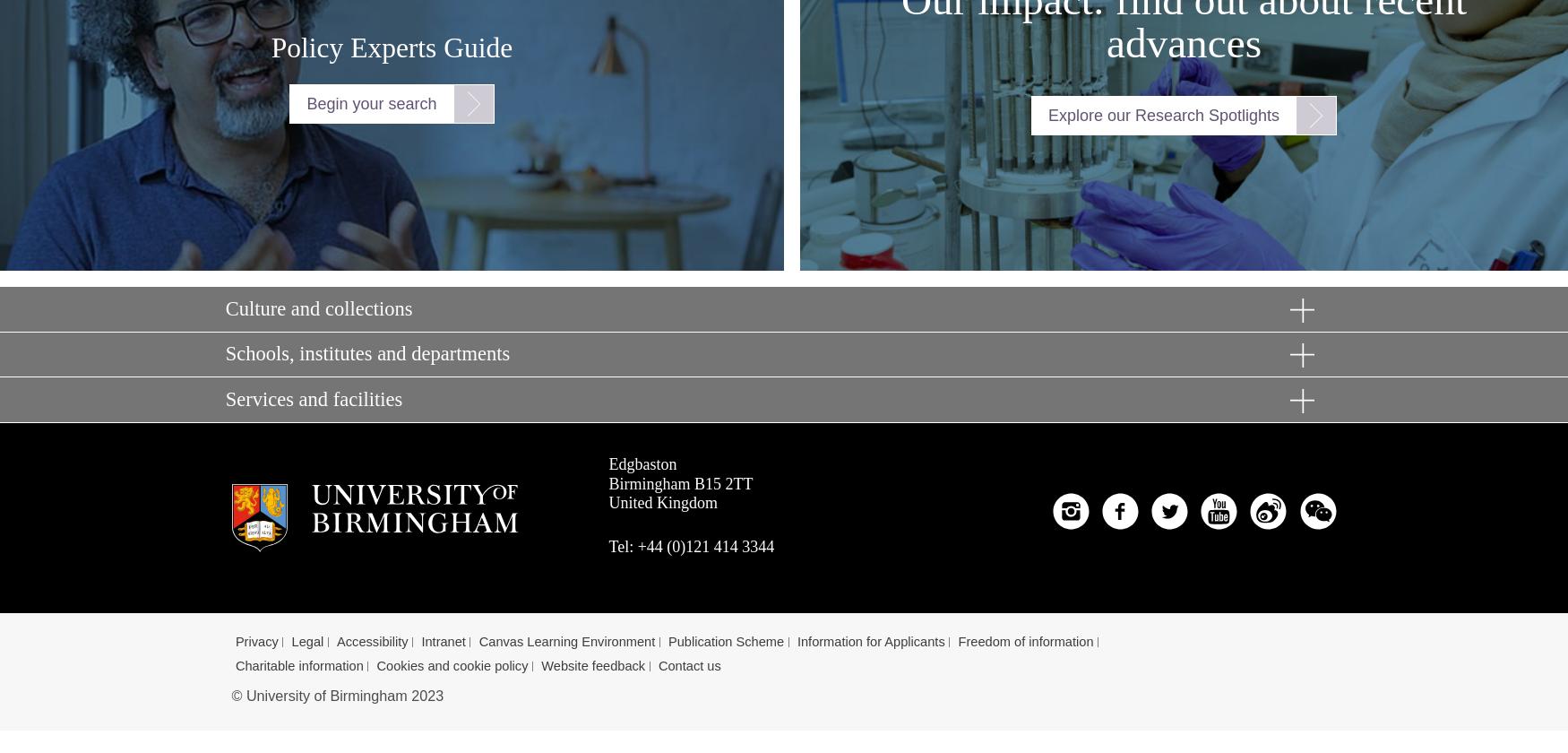  What do you see at coordinates (370, 101) in the screenshot?
I see `'Begin your search'` at bounding box center [370, 101].